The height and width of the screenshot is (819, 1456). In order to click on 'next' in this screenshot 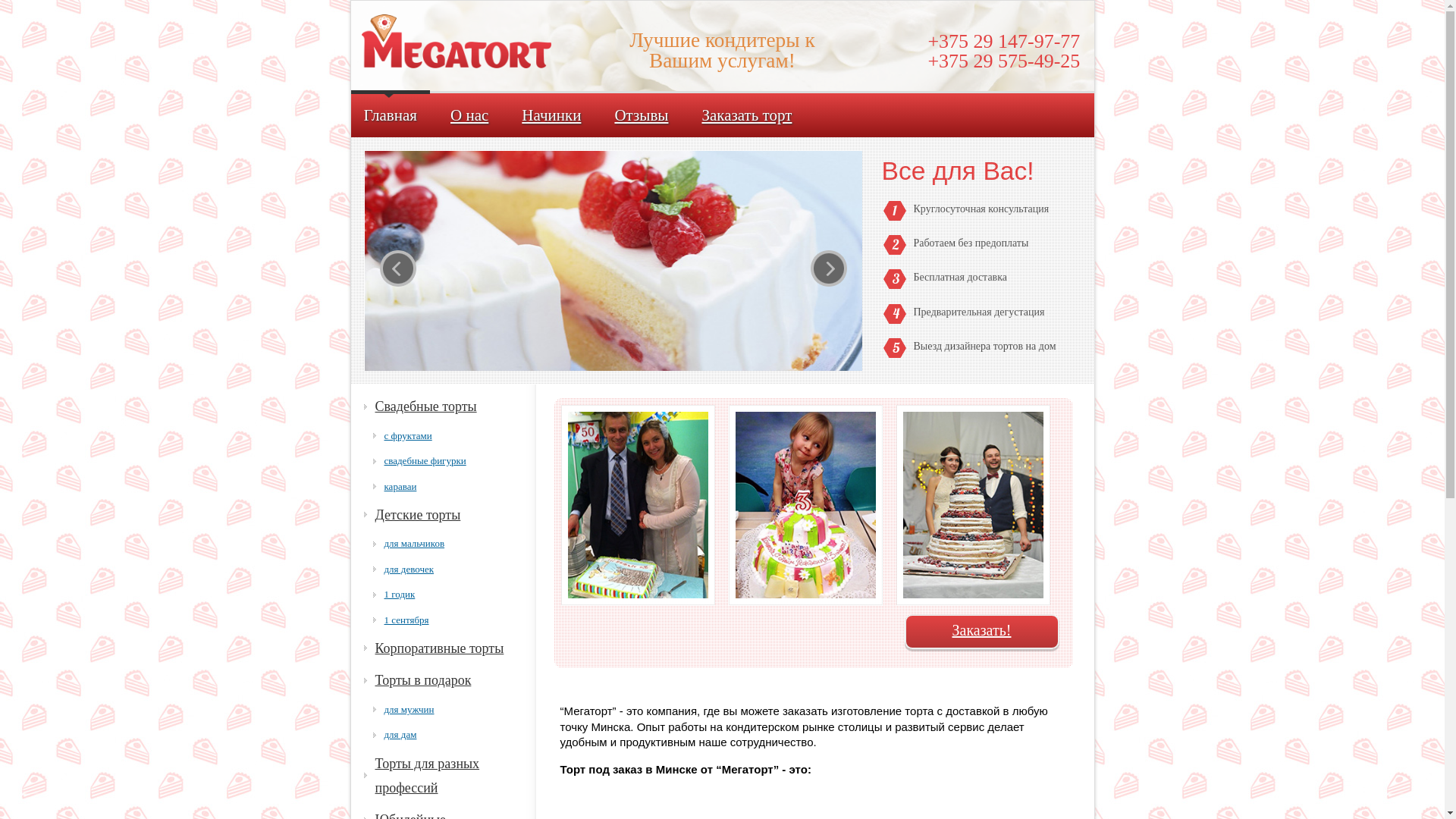, I will do `click(827, 268)`.